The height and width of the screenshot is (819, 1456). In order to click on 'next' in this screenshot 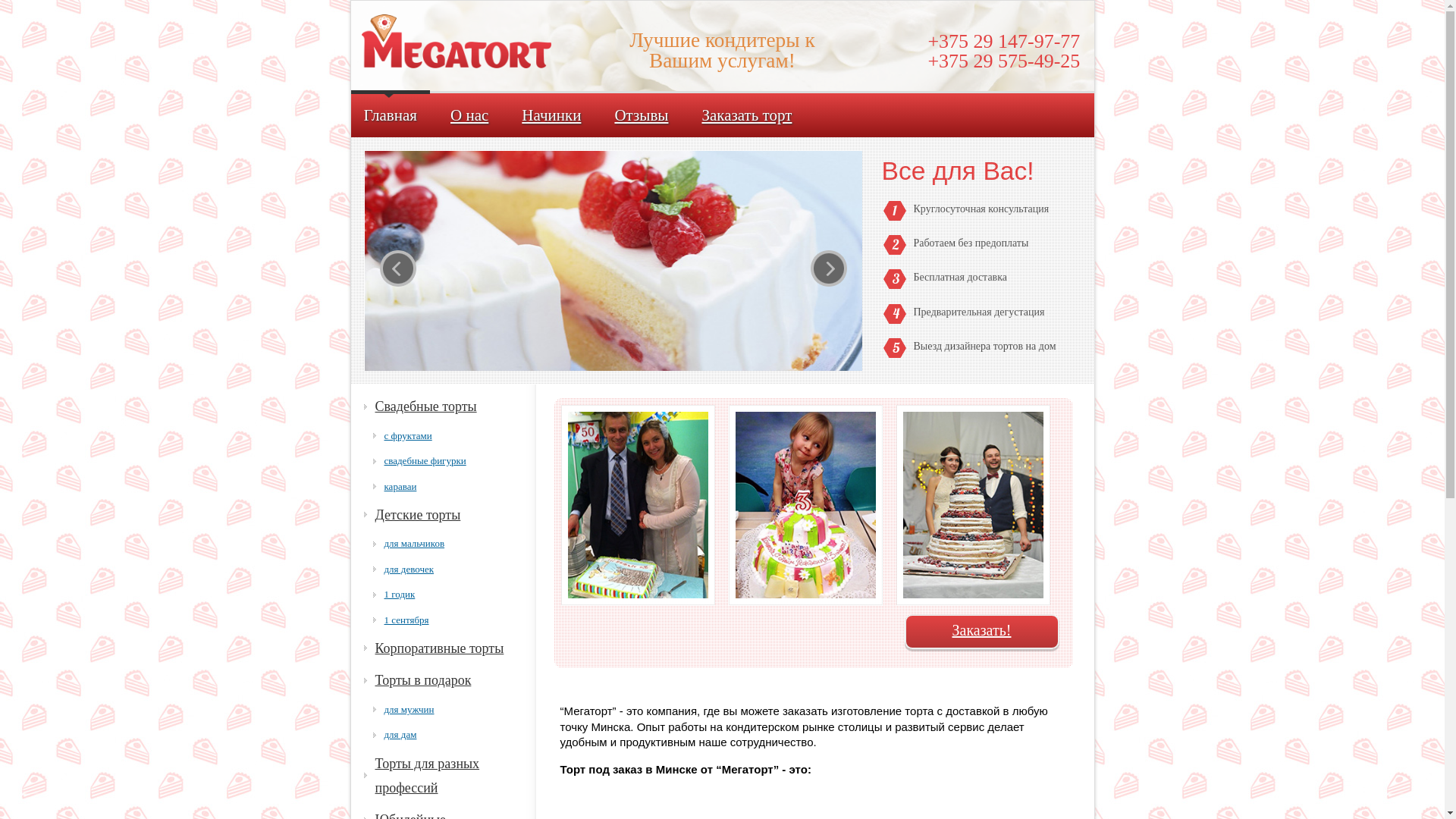, I will do `click(827, 268)`.